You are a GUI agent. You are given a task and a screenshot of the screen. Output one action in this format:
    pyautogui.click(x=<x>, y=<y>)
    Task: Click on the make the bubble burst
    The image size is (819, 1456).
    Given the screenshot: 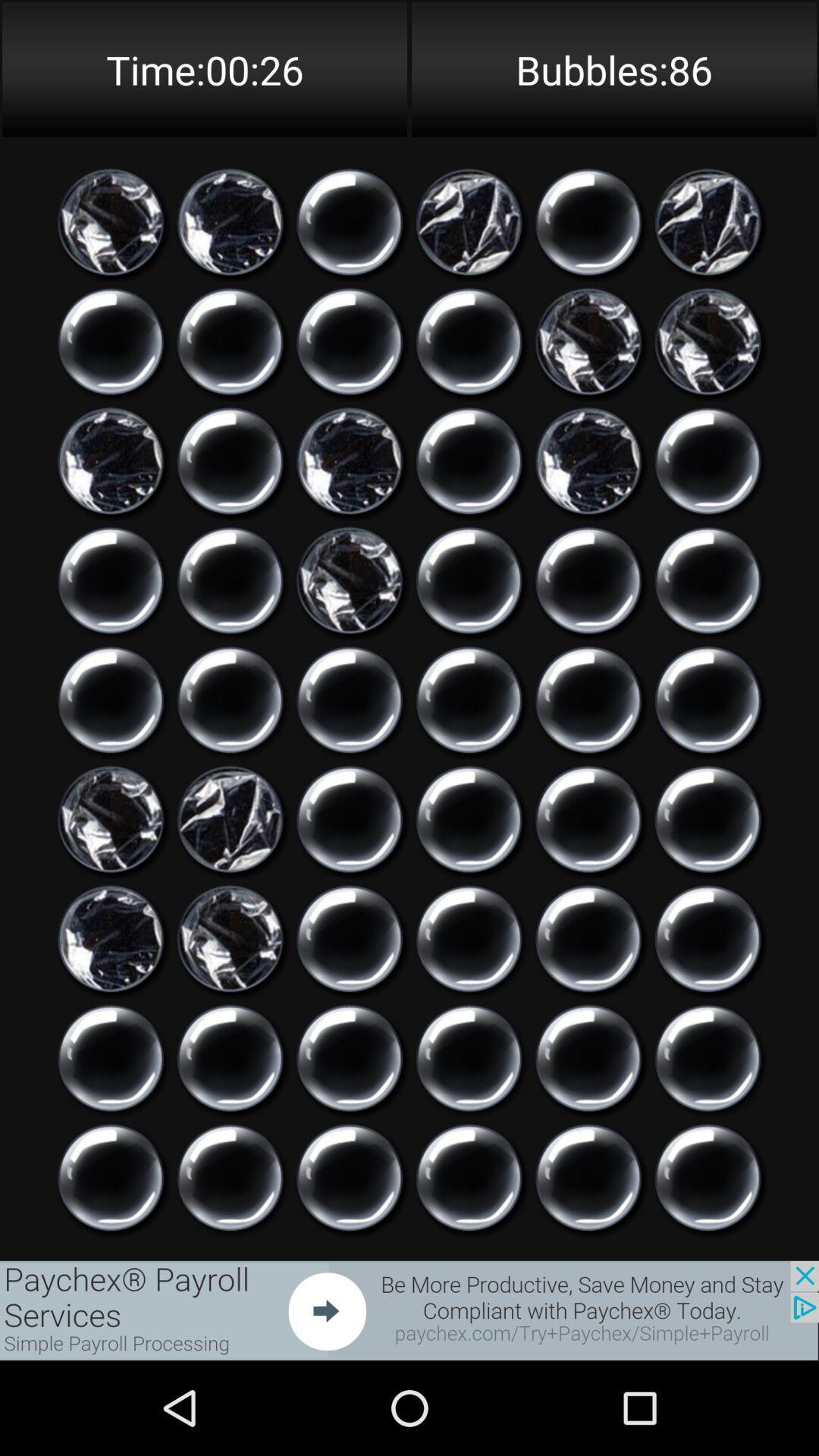 What is the action you would take?
    pyautogui.click(x=110, y=938)
    